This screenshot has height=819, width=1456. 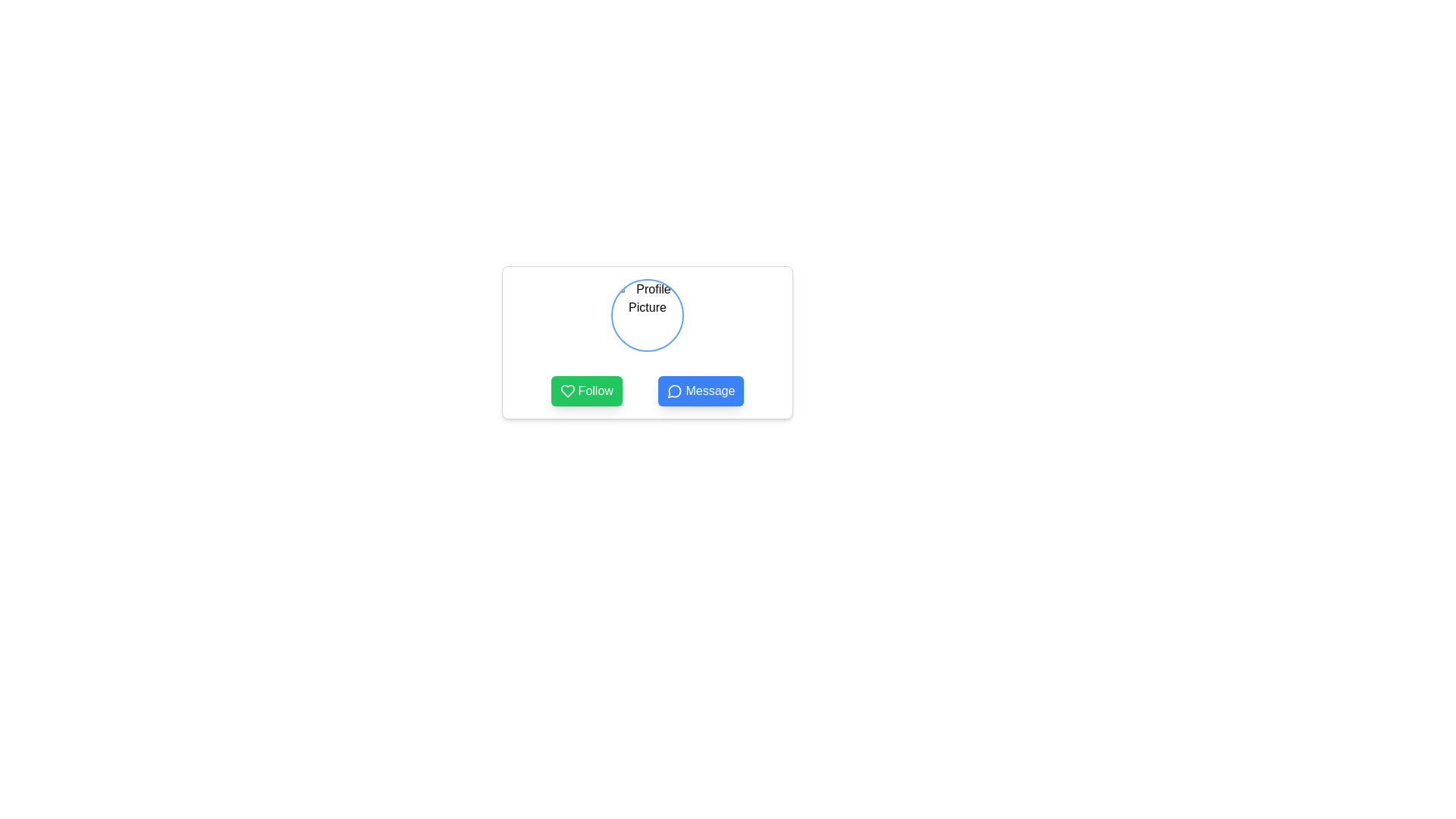 What do you see at coordinates (566, 391) in the screenshot?
I see `the heart icon located on the left side of the 'Follow' button` at bounding box center [566, 391].